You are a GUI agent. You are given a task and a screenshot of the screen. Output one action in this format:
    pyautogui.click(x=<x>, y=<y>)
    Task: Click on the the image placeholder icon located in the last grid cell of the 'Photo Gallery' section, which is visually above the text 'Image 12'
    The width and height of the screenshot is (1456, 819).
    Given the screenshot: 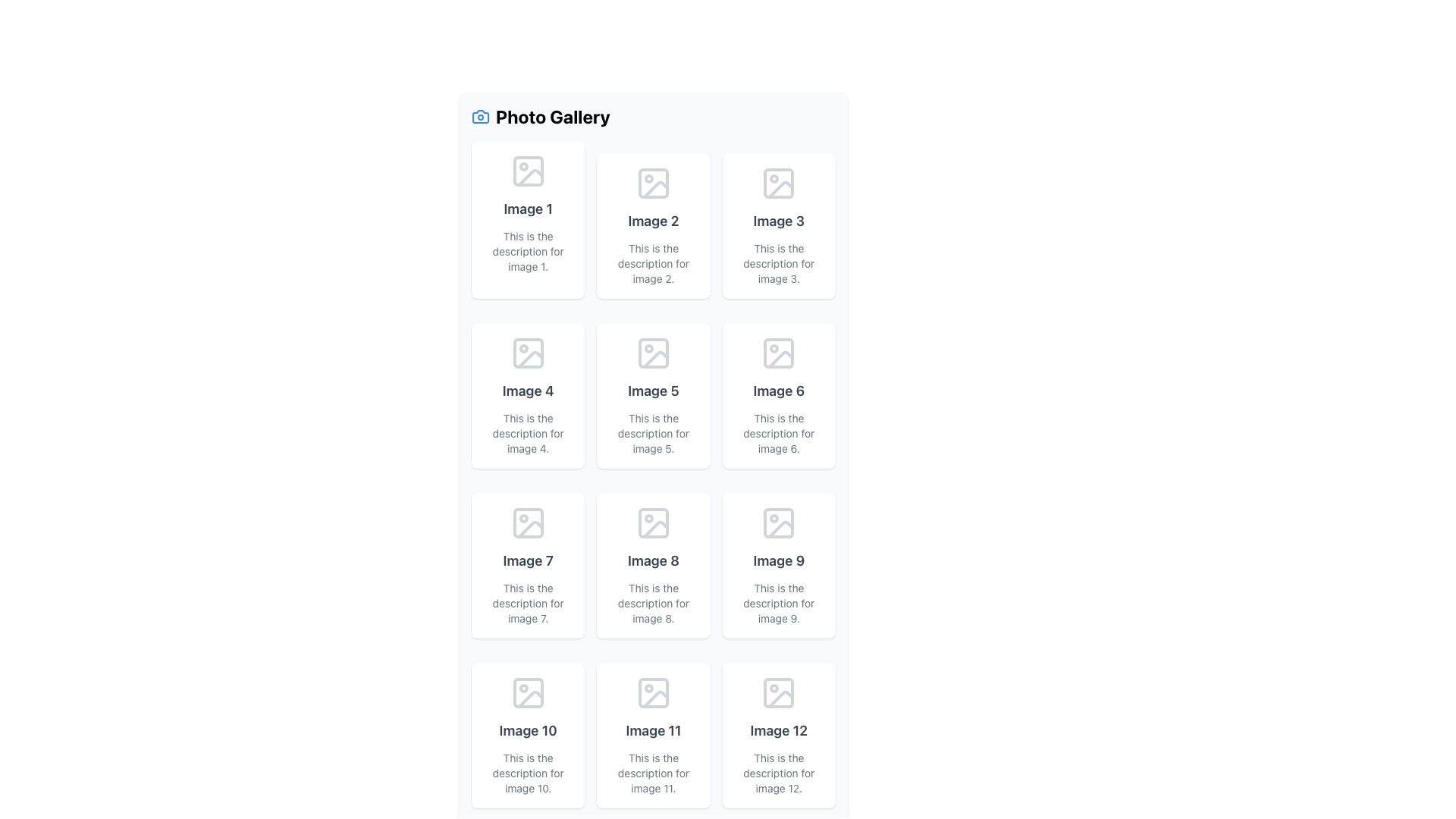 What is the action you would take?
    pyautogui.click(x=779, y=693)
    